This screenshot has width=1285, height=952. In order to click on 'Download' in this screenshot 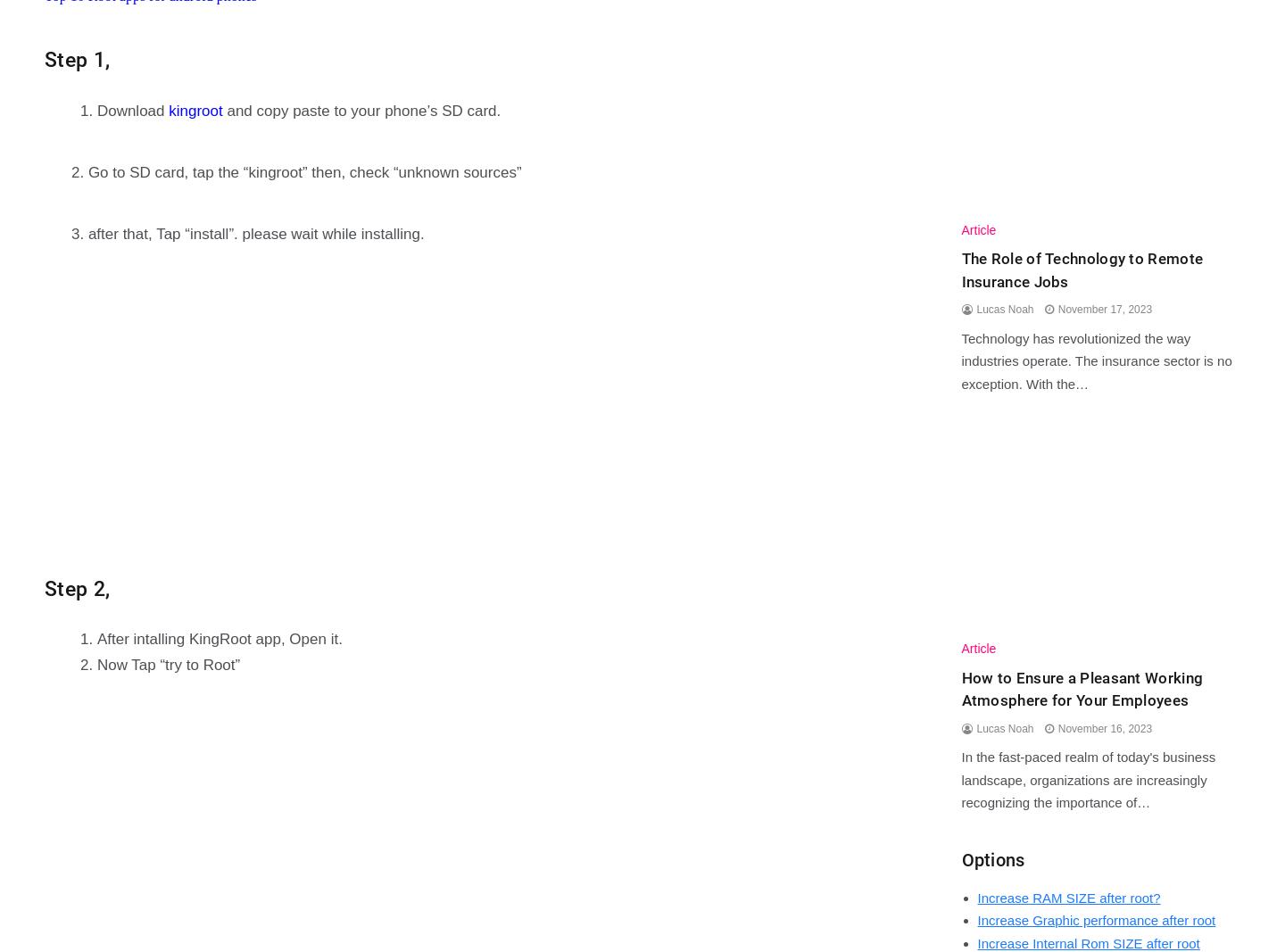, I will do `click(131, 109)`.